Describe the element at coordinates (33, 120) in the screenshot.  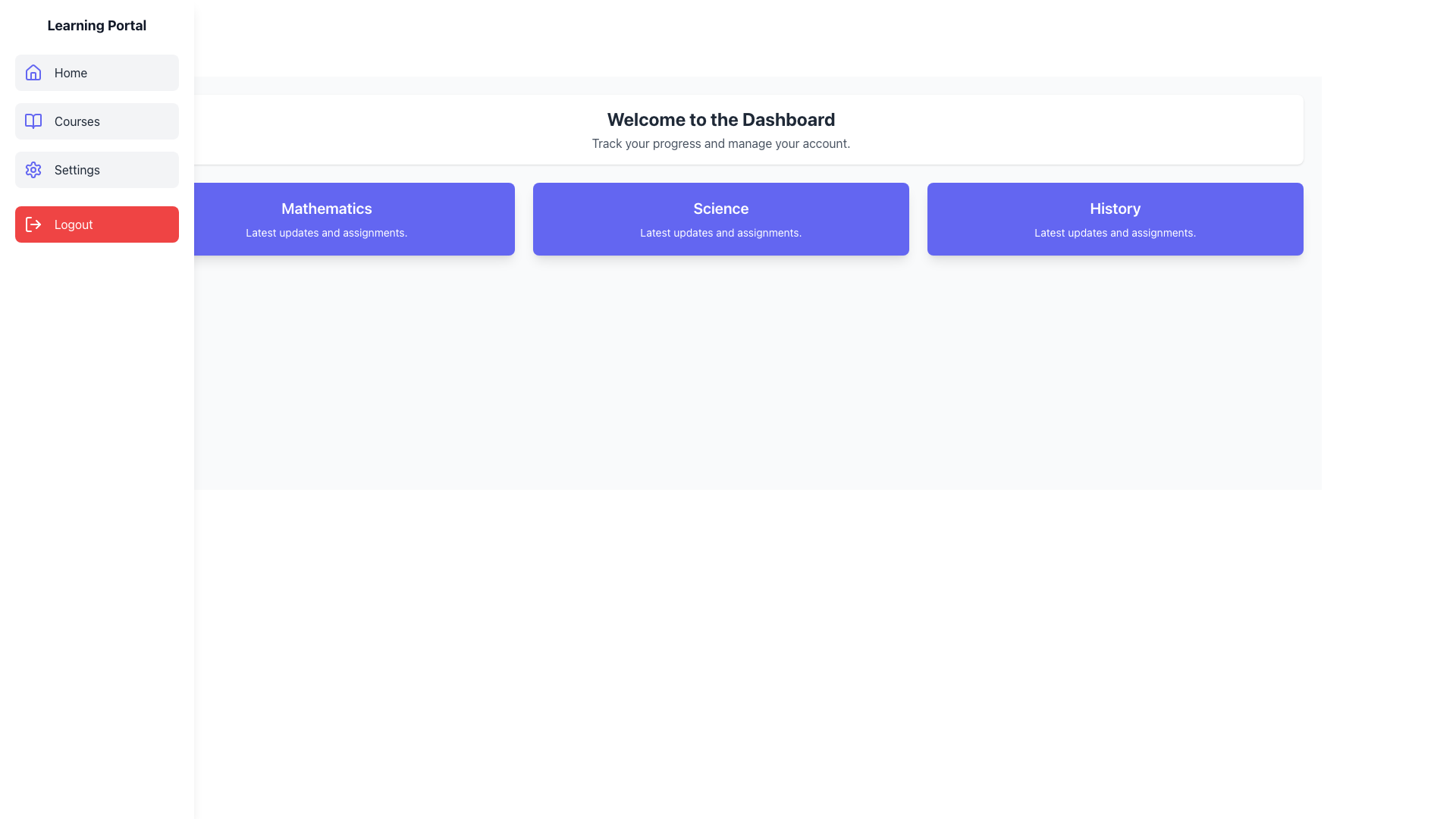
I see `the blue open book icon in the vertical sidebar menu labeled 'Courses', positioned between 'Home' and 'Settings'` at that location.